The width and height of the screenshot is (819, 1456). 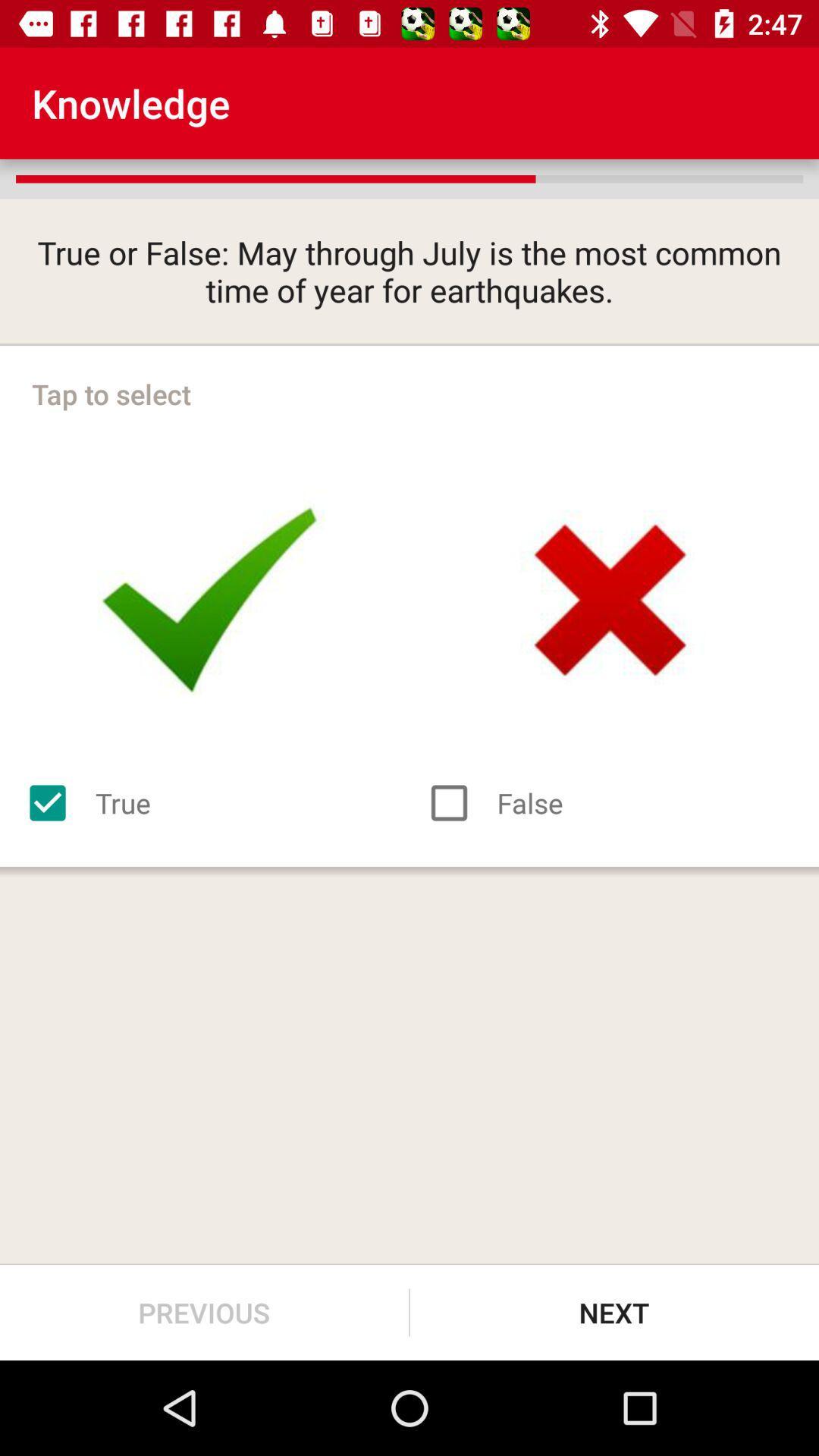 I want to click on next item, so click(x=614, y=1312).